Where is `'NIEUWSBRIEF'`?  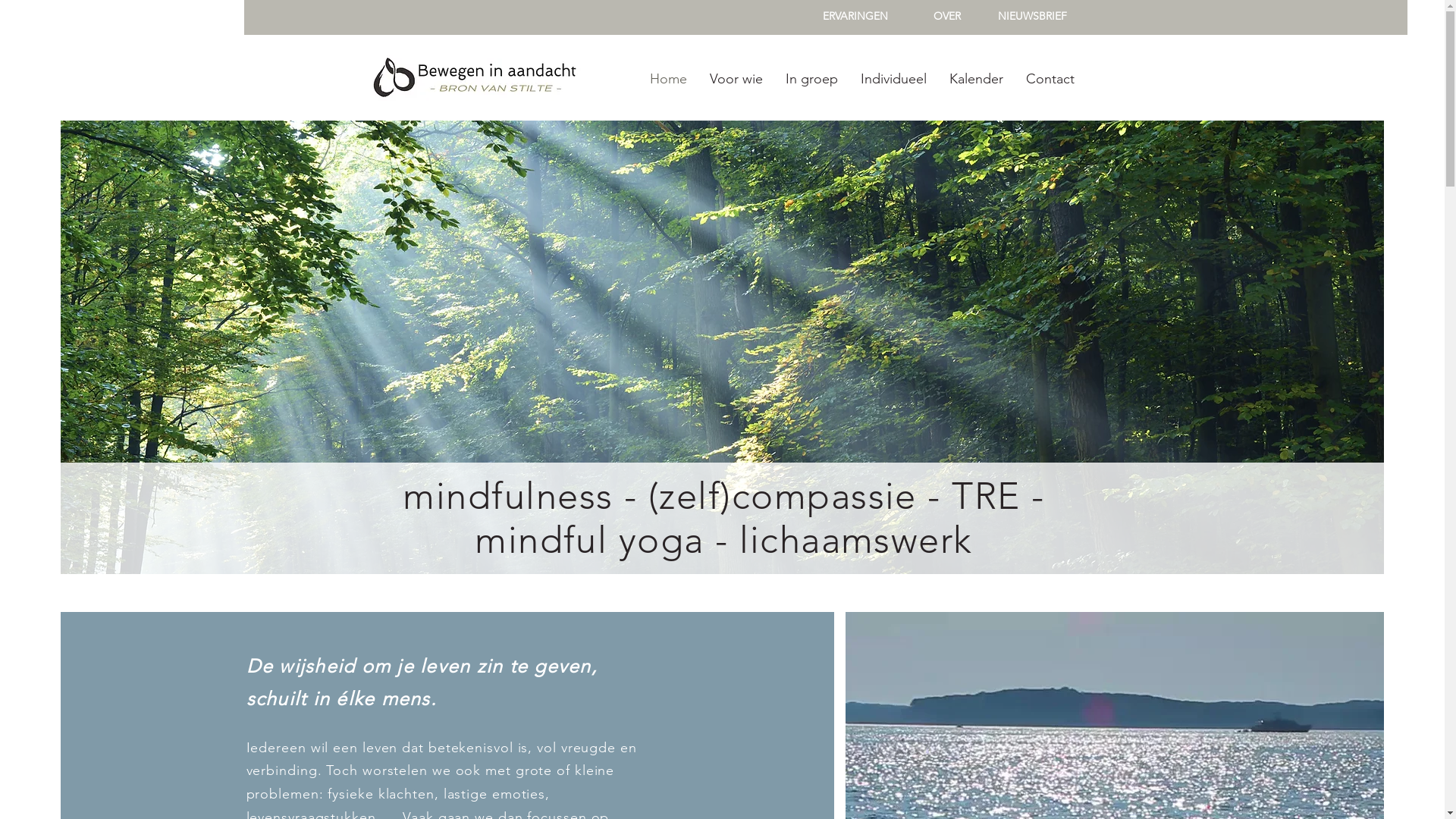 'NIEUWSBRIEF' is located at coordinates (1032, 17).